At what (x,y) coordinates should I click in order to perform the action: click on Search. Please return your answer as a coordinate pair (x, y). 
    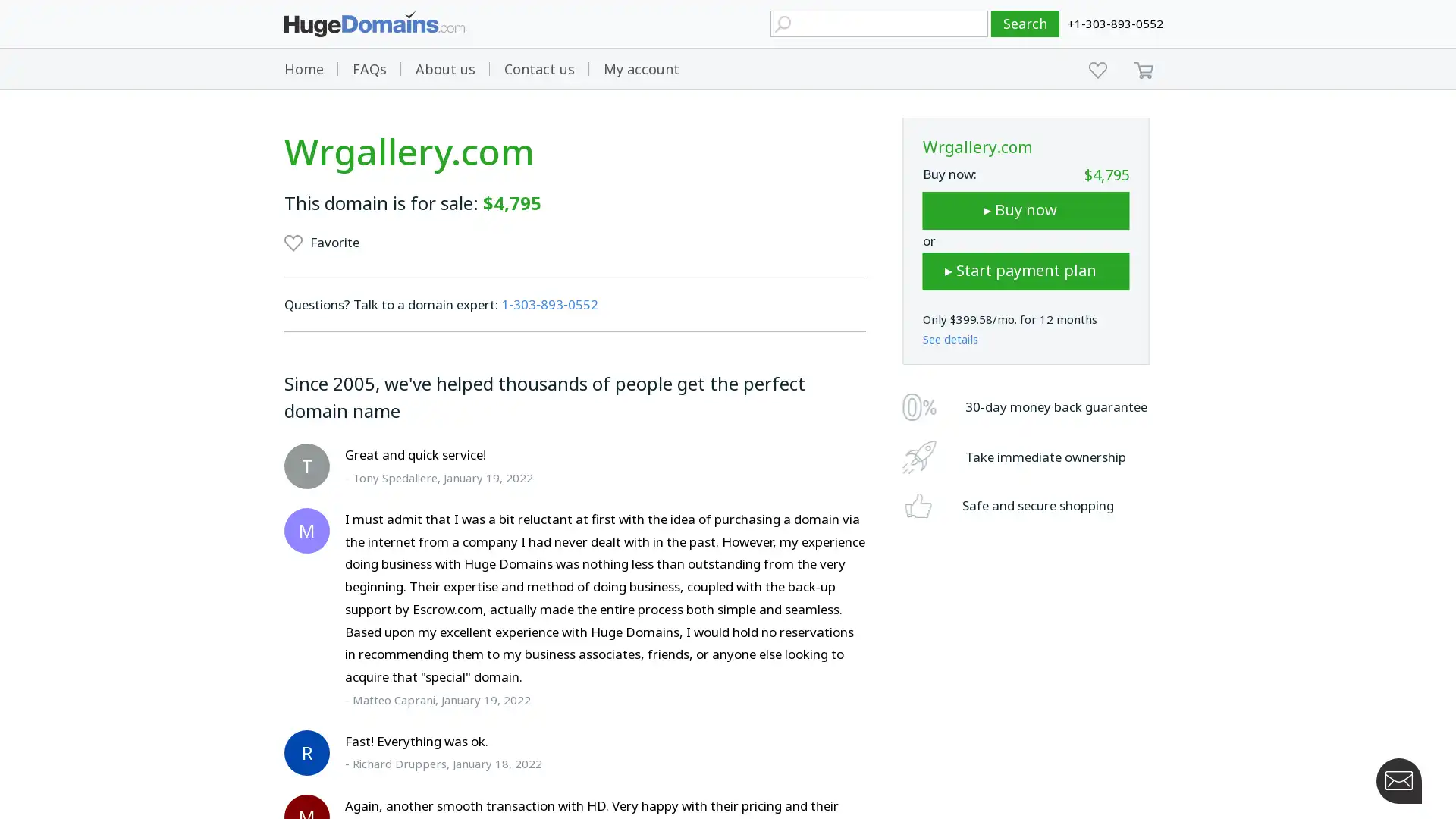
    Looking at the image, I should click on (1025, 24).